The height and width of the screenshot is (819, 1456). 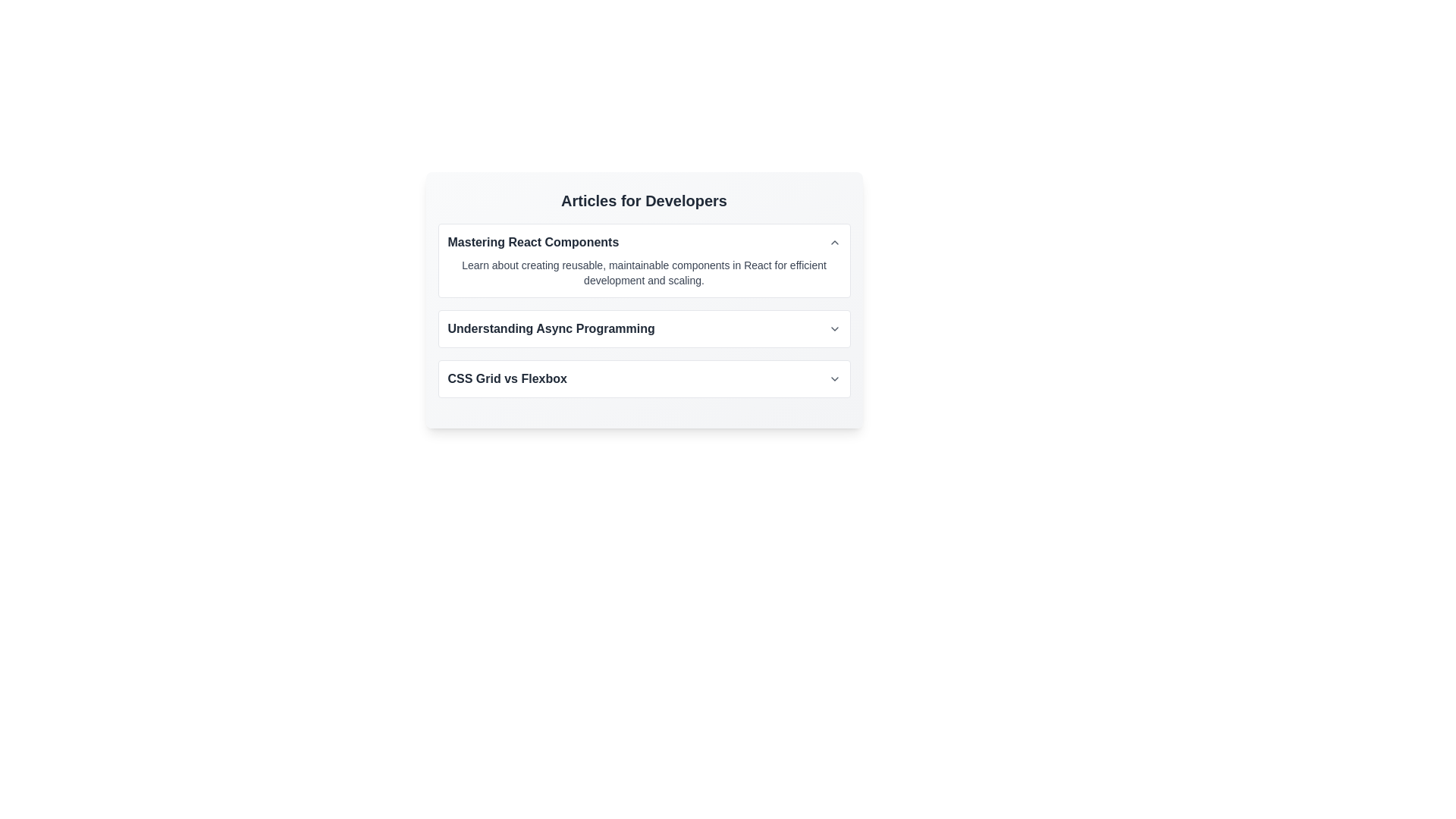 I want to click on the Collapsible Header with Title and Icon located below 'Articles for Developers', so click(x=644, y=328).